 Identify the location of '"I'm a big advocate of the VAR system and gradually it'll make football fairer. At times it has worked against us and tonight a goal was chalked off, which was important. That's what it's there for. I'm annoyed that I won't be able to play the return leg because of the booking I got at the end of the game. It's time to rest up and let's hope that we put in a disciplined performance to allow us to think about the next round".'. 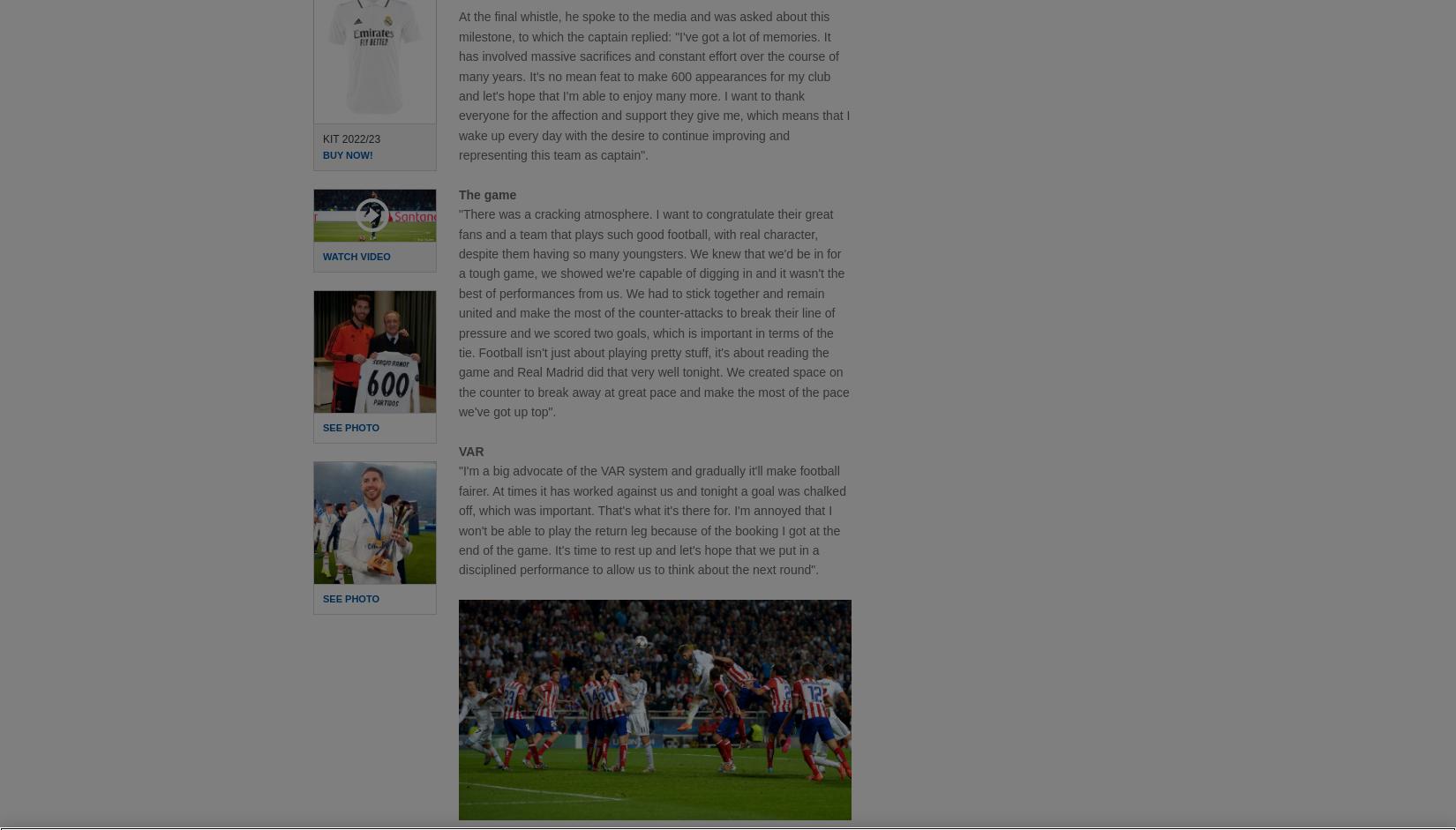
(651, 520).